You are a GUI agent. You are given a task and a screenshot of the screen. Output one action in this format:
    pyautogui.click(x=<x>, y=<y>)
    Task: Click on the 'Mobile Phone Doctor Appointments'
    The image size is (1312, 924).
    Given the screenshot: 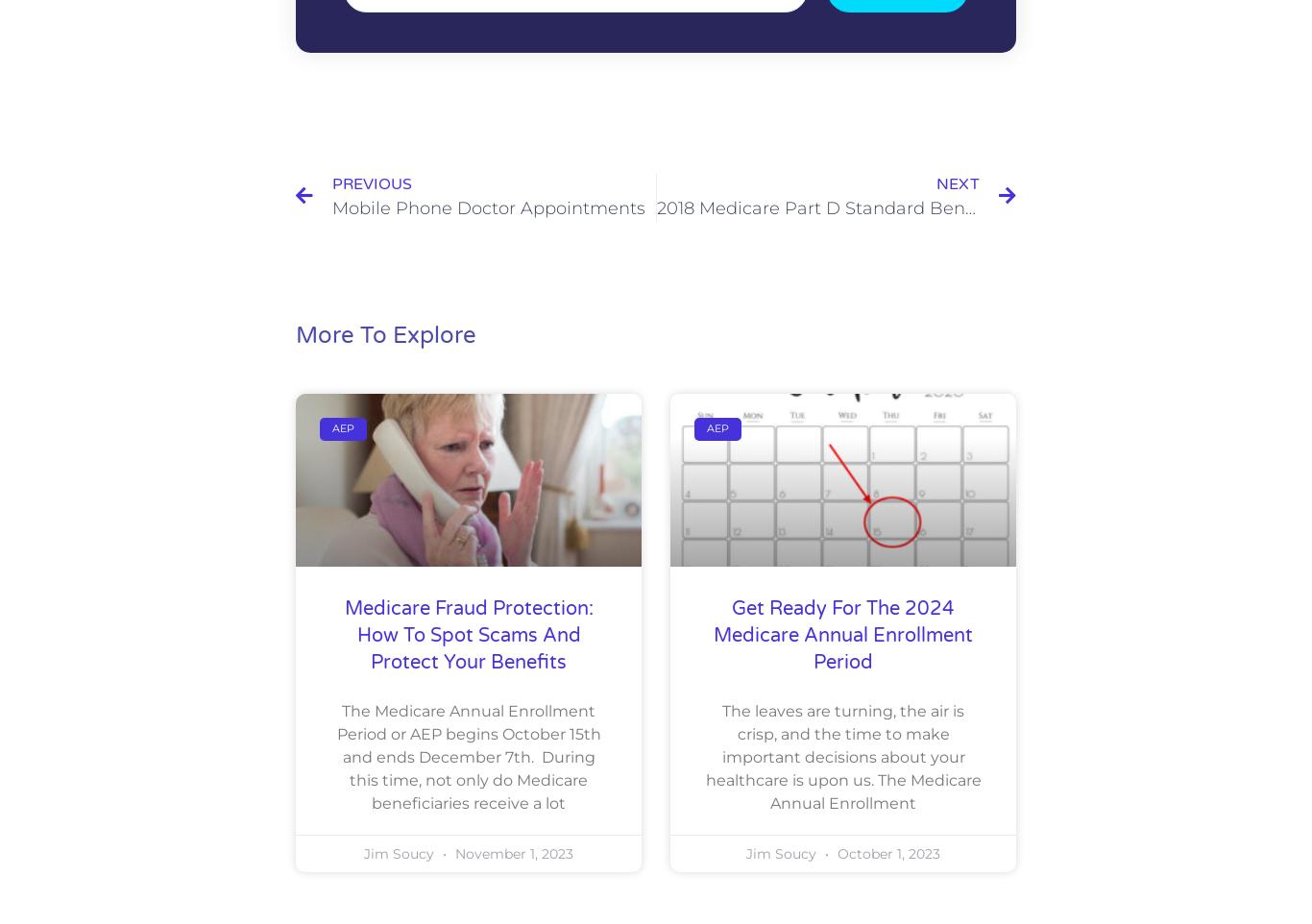 What is the action you would take?
    pyautogui.click(x=331, y=206)
    